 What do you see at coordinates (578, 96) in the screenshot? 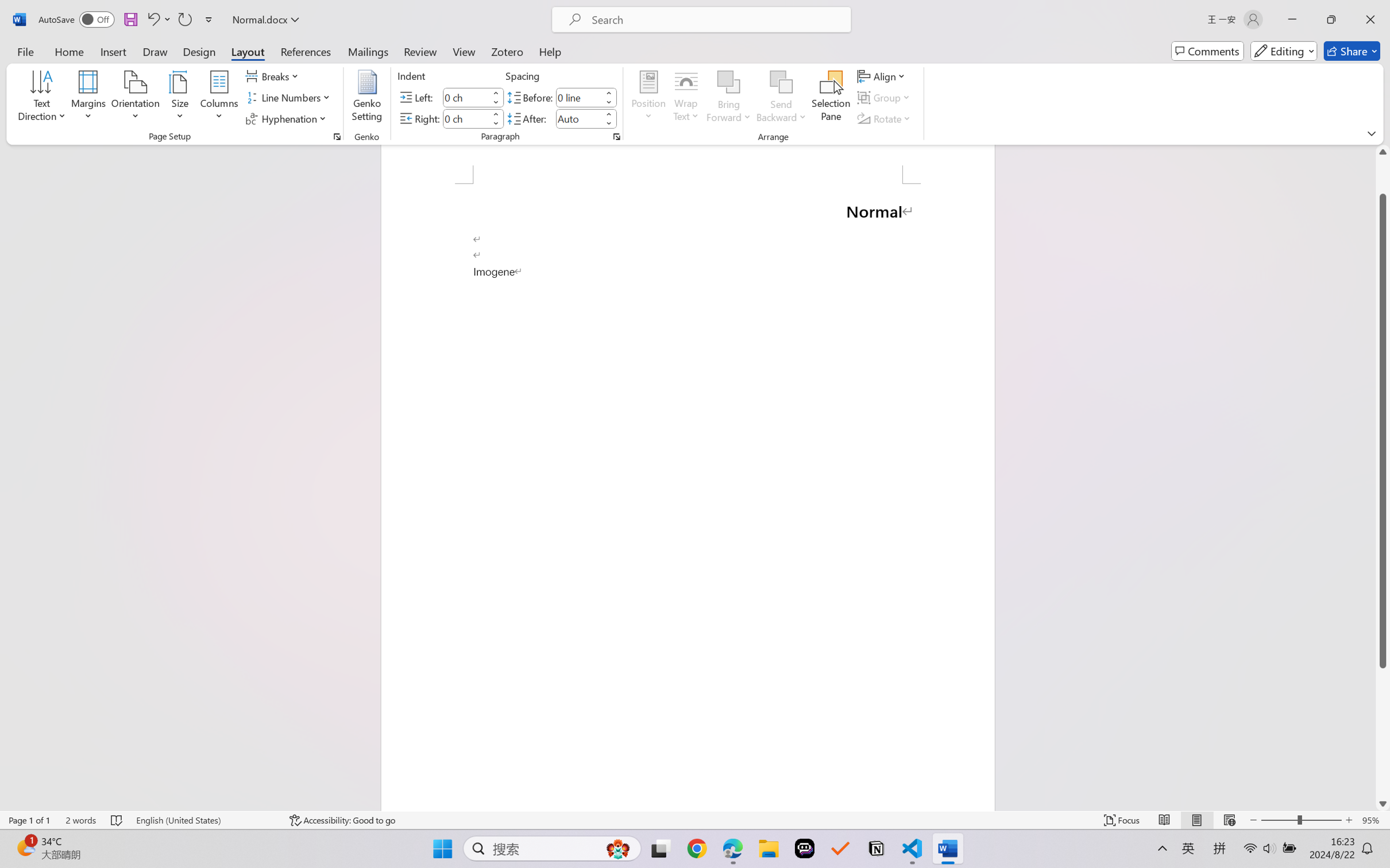
I see `'Spacing Before'` at bounding box center [578, 96].